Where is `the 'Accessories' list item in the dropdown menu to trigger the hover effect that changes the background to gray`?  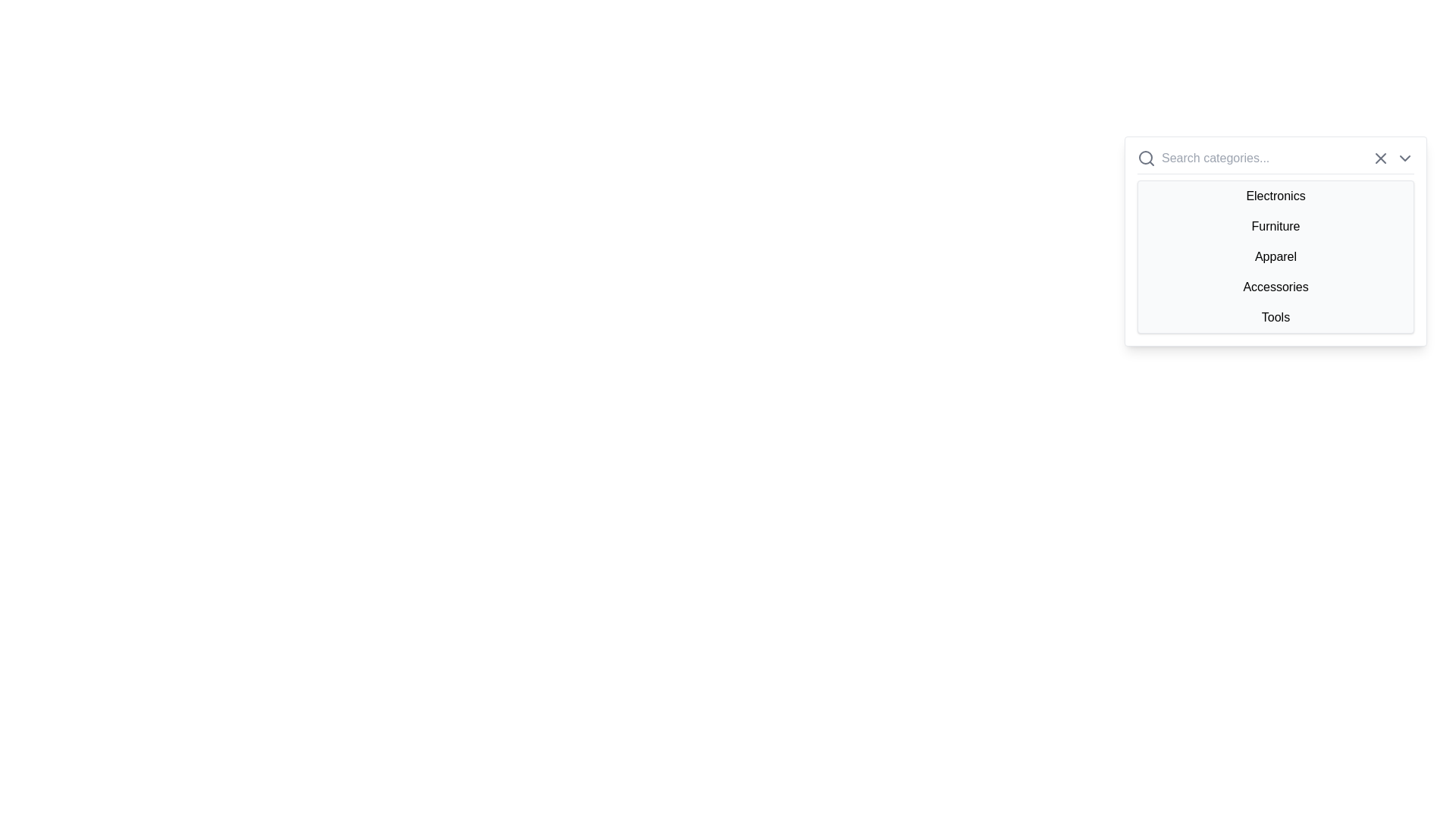 the 'Accessories' list item in the dropdown menu to trigger the hover effect that changes the background to gray is located at coordinates (1275, 287).